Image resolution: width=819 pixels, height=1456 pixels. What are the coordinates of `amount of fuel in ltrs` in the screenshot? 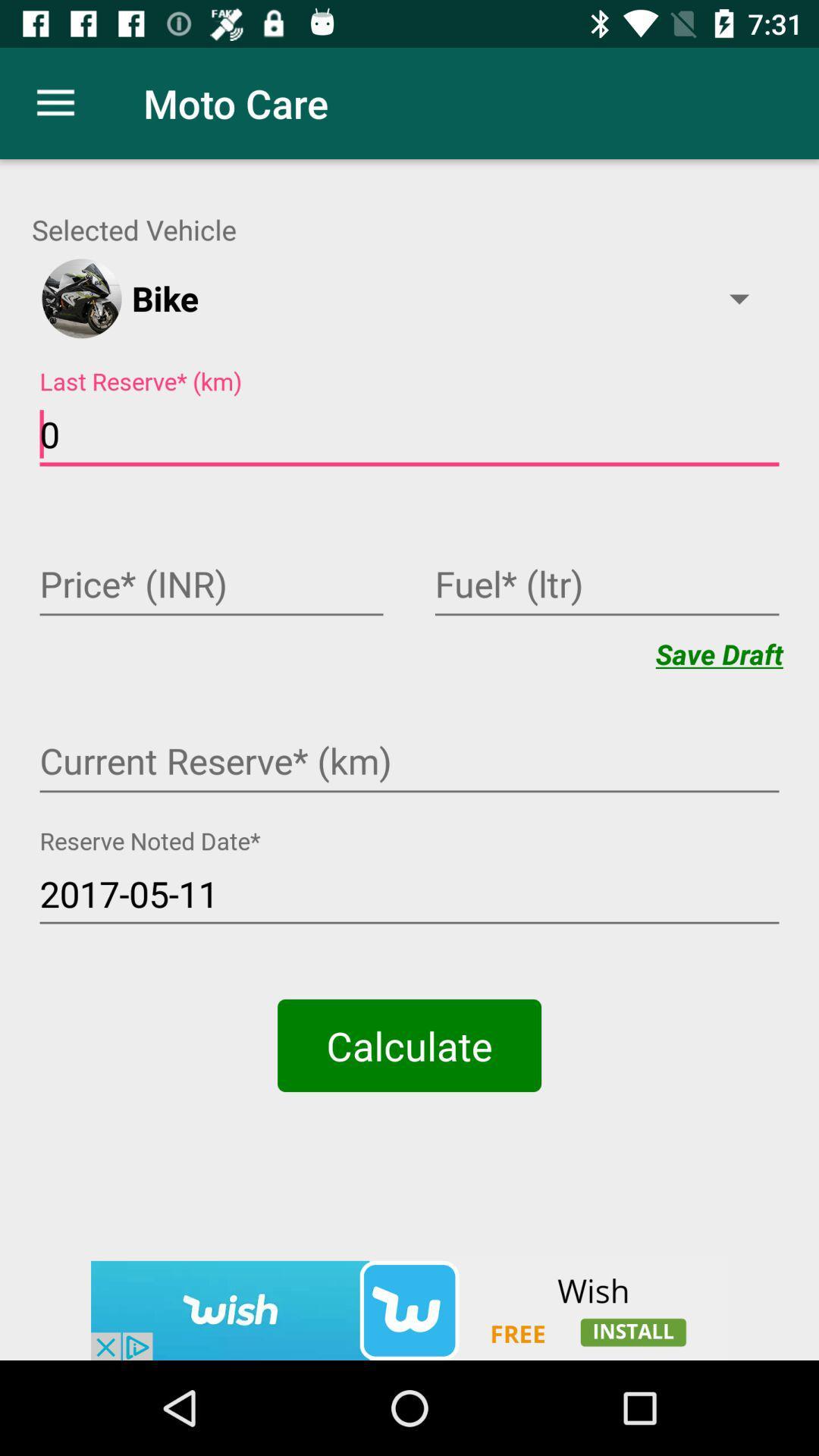 It's located at (606, 585).